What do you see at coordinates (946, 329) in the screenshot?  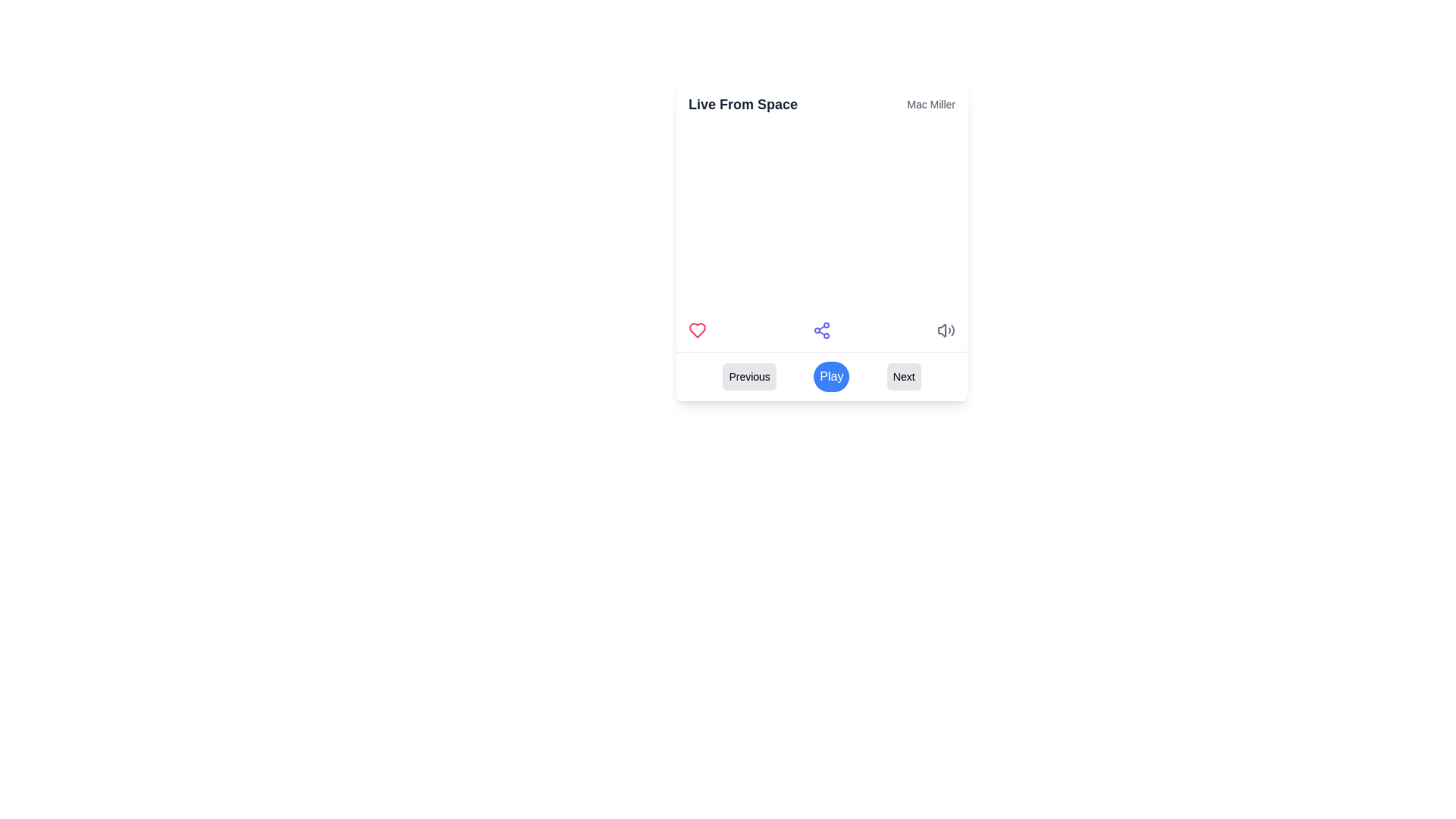 I see `the volume control icon located at the rightmost position of the horizontal row of icons in the media control section of the primary interface card` at bounding box center [946, 329].